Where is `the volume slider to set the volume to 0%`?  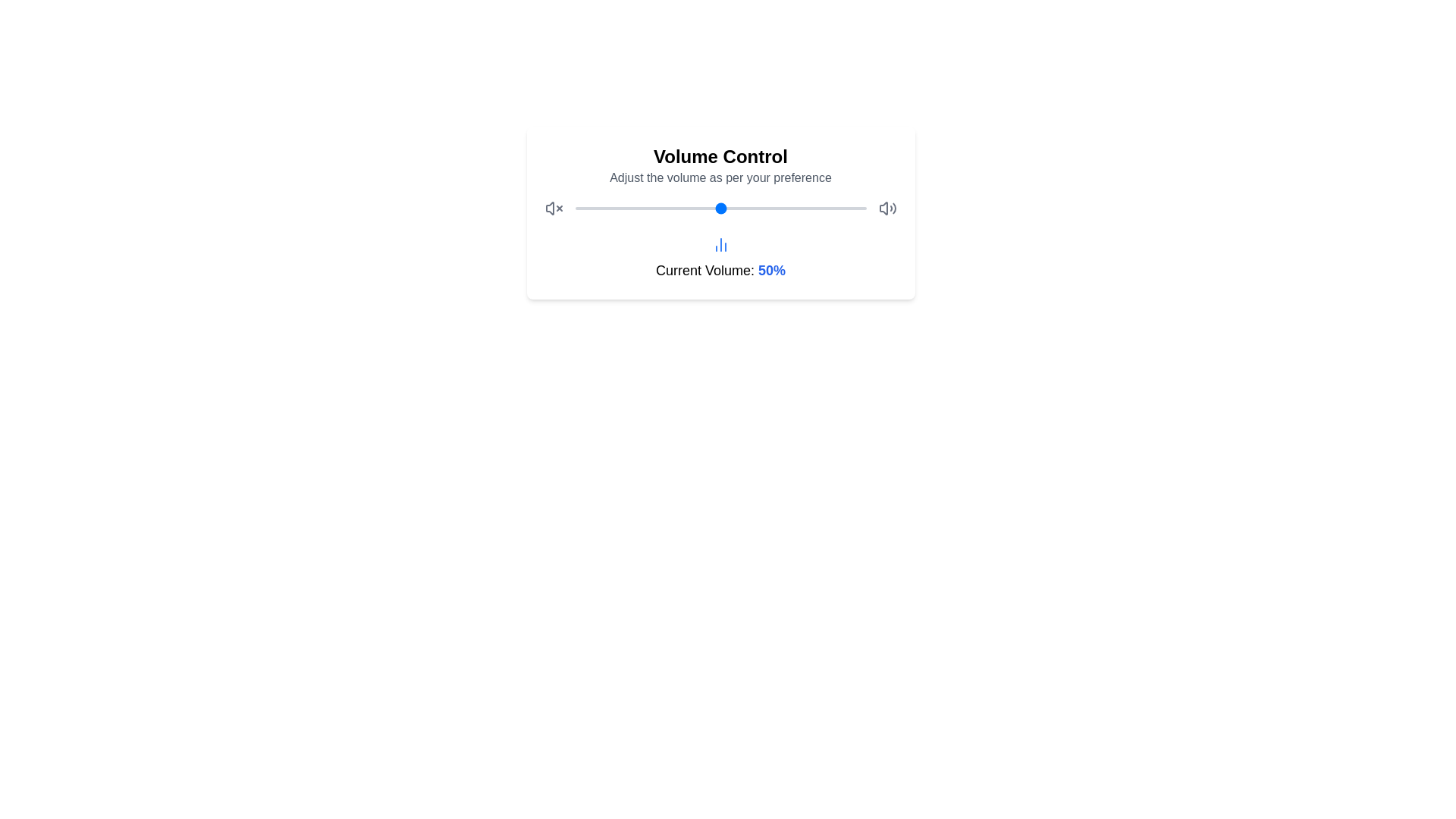
the volume slider to set the volume to 0% is located at coordinates (574, 208).